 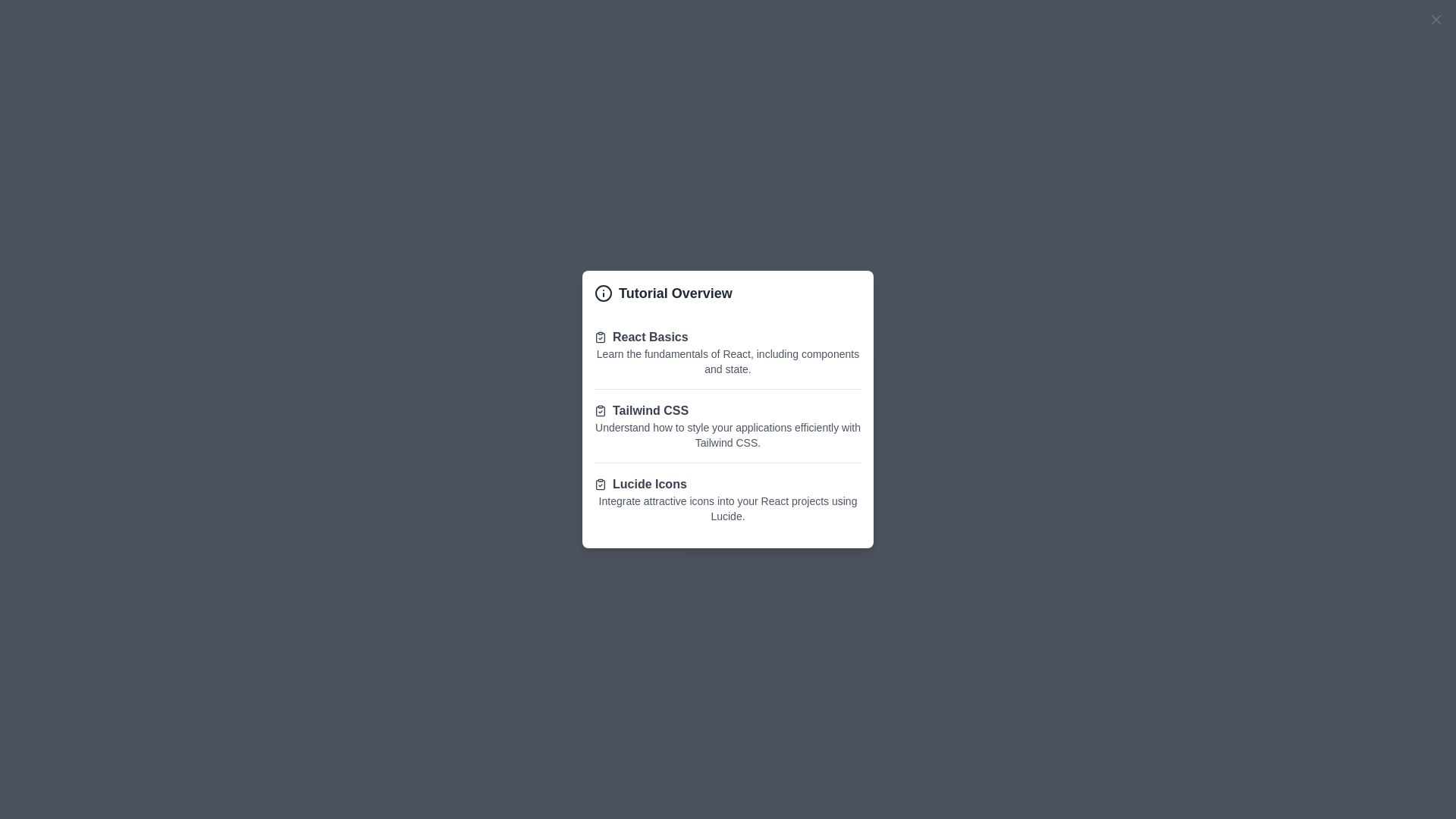 What do you see at coordinates (1436, 20) in the screenshot?
I see `the close button to close the dialog` at bounding box center [1436, 20].